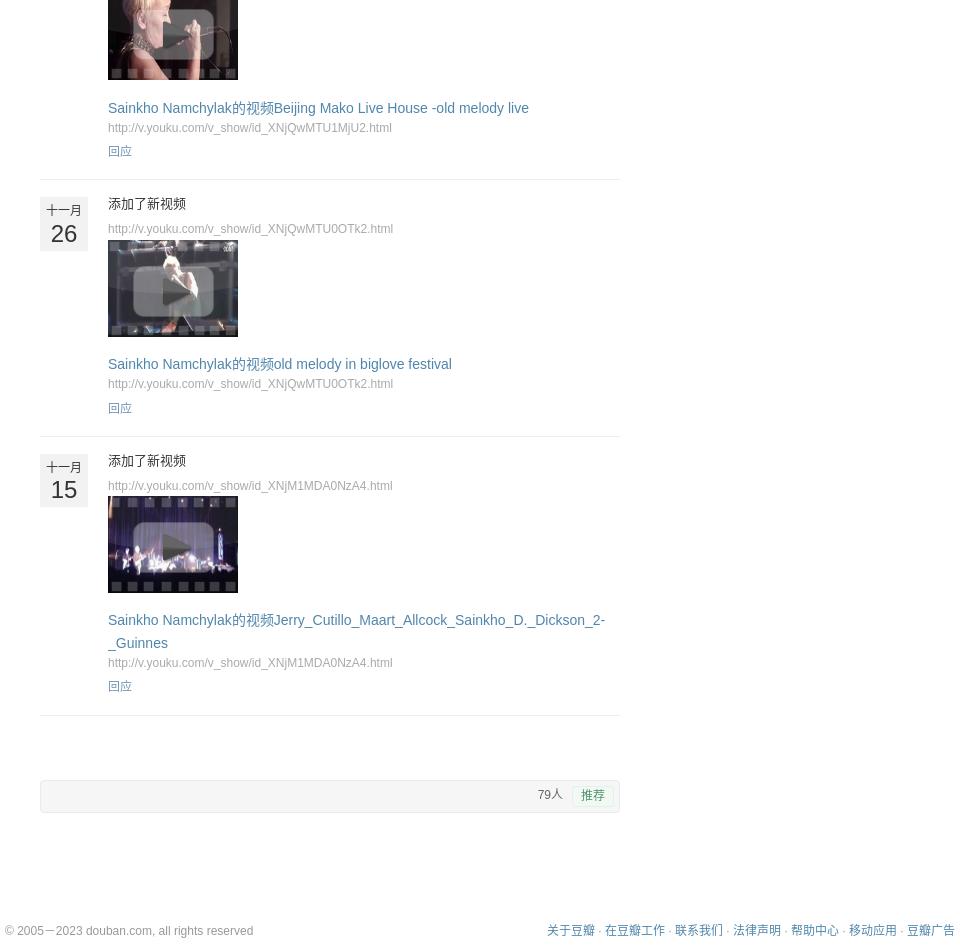  Describe the element at coordinates (63, 232) in the screenshot. I see `'26'` at that location.